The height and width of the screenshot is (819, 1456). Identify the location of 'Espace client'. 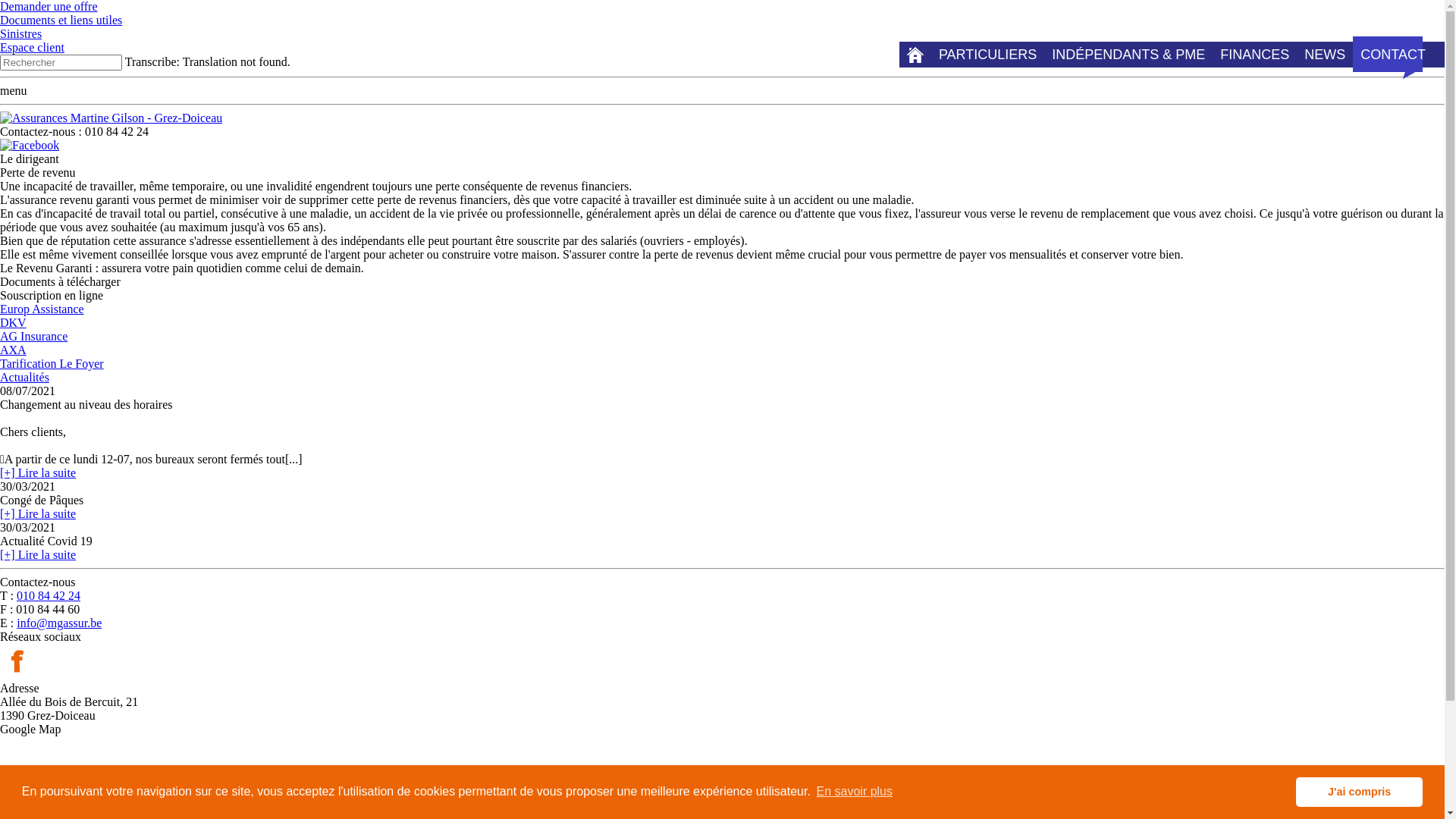
(32, 46).